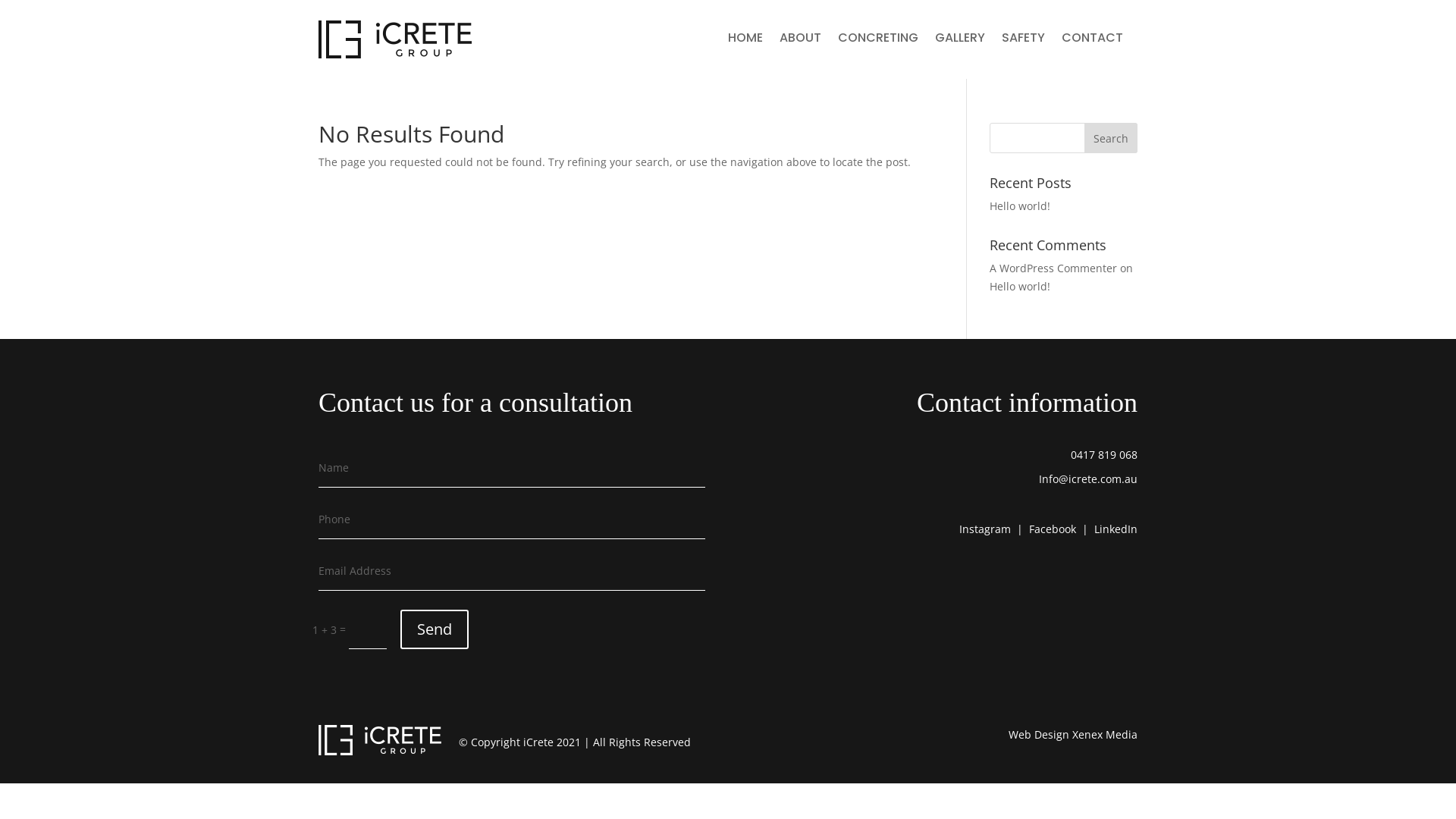 The height and width of the screenshot is (819, 1456). I want to click on 'GALLERY', so click(934, 40).